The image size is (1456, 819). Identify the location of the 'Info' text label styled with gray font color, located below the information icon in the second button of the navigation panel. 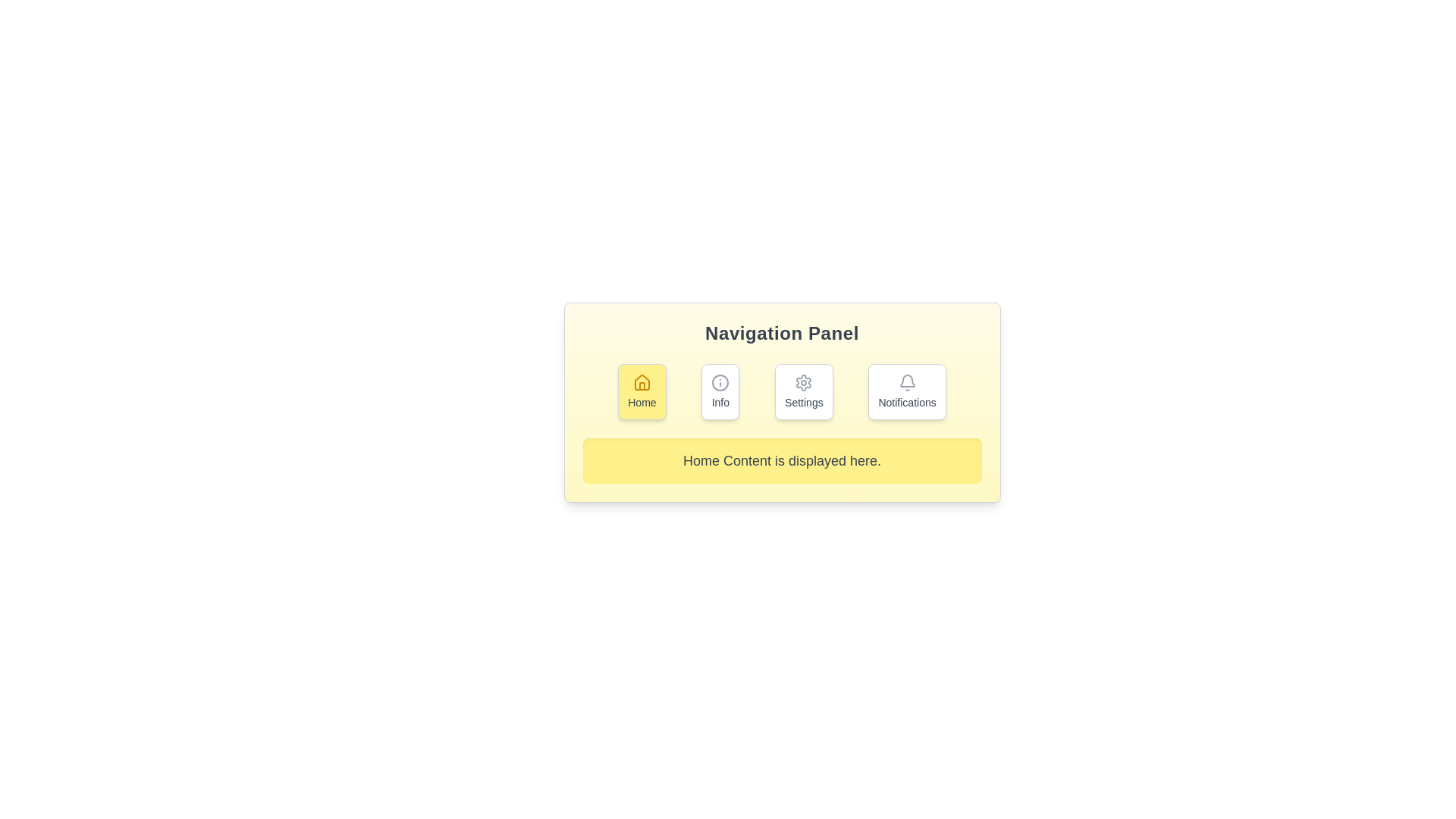
(720, 402).